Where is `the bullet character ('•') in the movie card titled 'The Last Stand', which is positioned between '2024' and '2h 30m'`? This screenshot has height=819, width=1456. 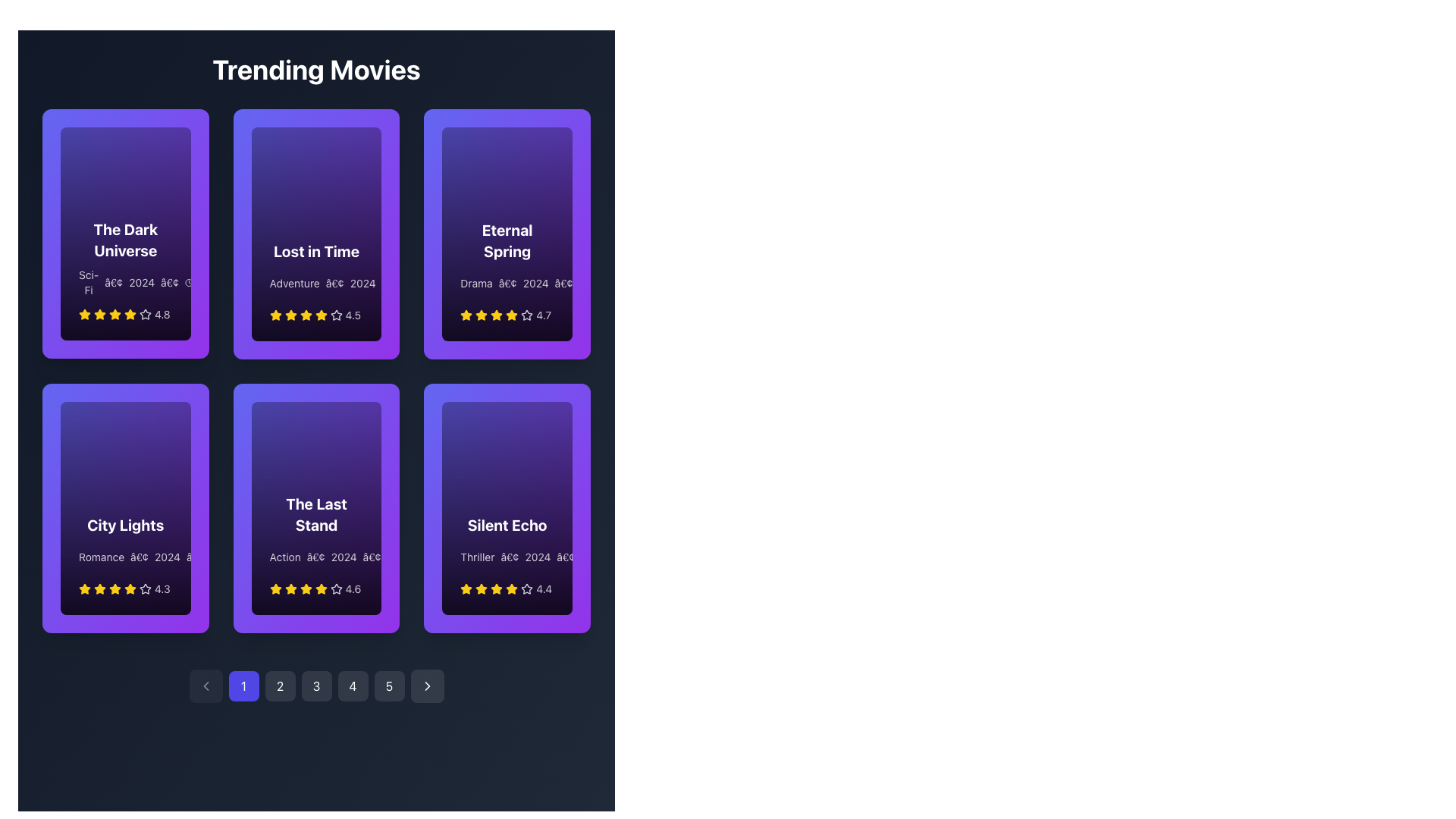
the bullet character ('•') in the movie card titled 'The Last Stand', which is positioned between '2024' and '2h 30m' is located at coordinates (372, 557).